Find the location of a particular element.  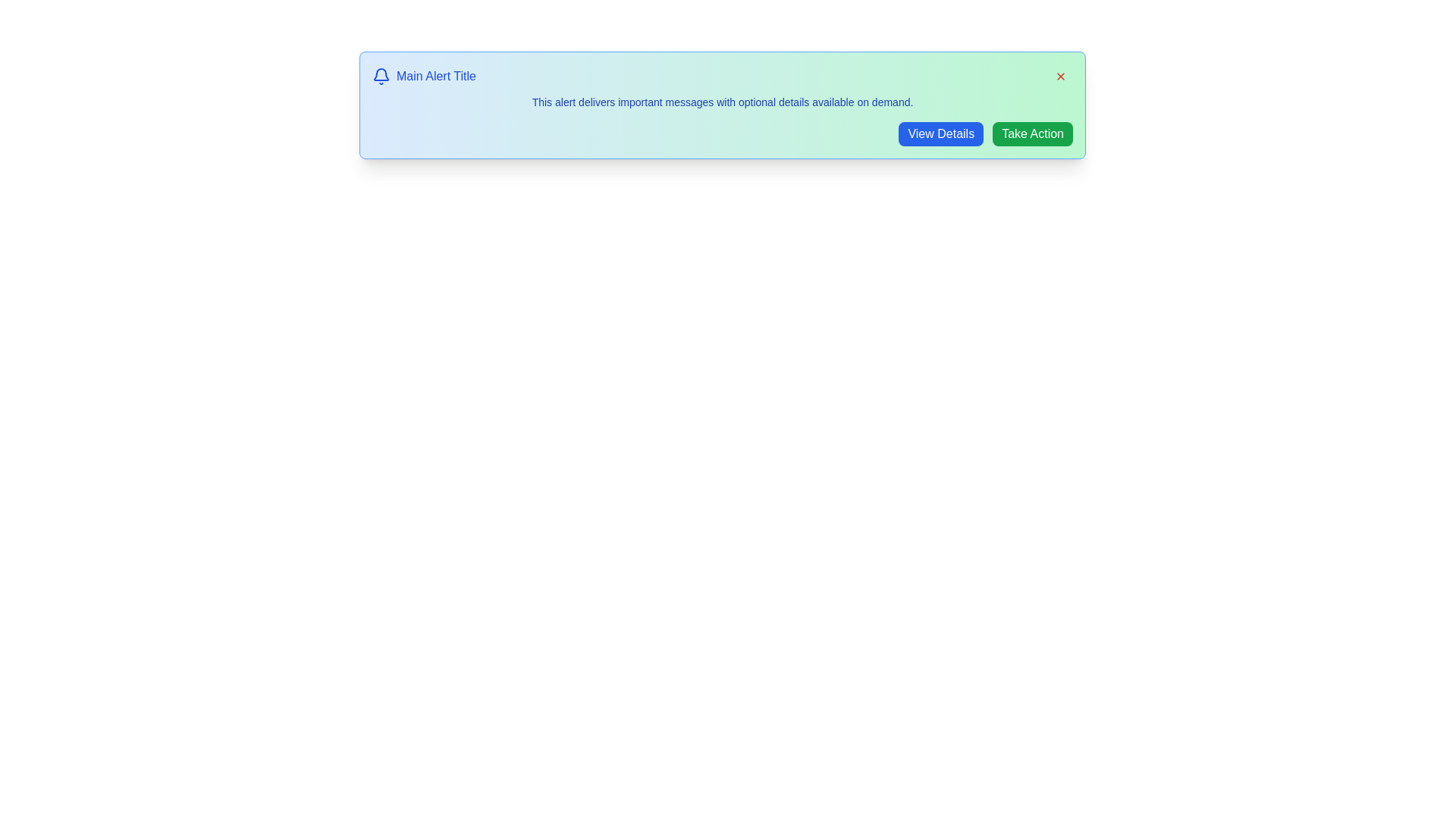

'Take Action' button to perform the primary alert action is located at coordinates (1032, 133).